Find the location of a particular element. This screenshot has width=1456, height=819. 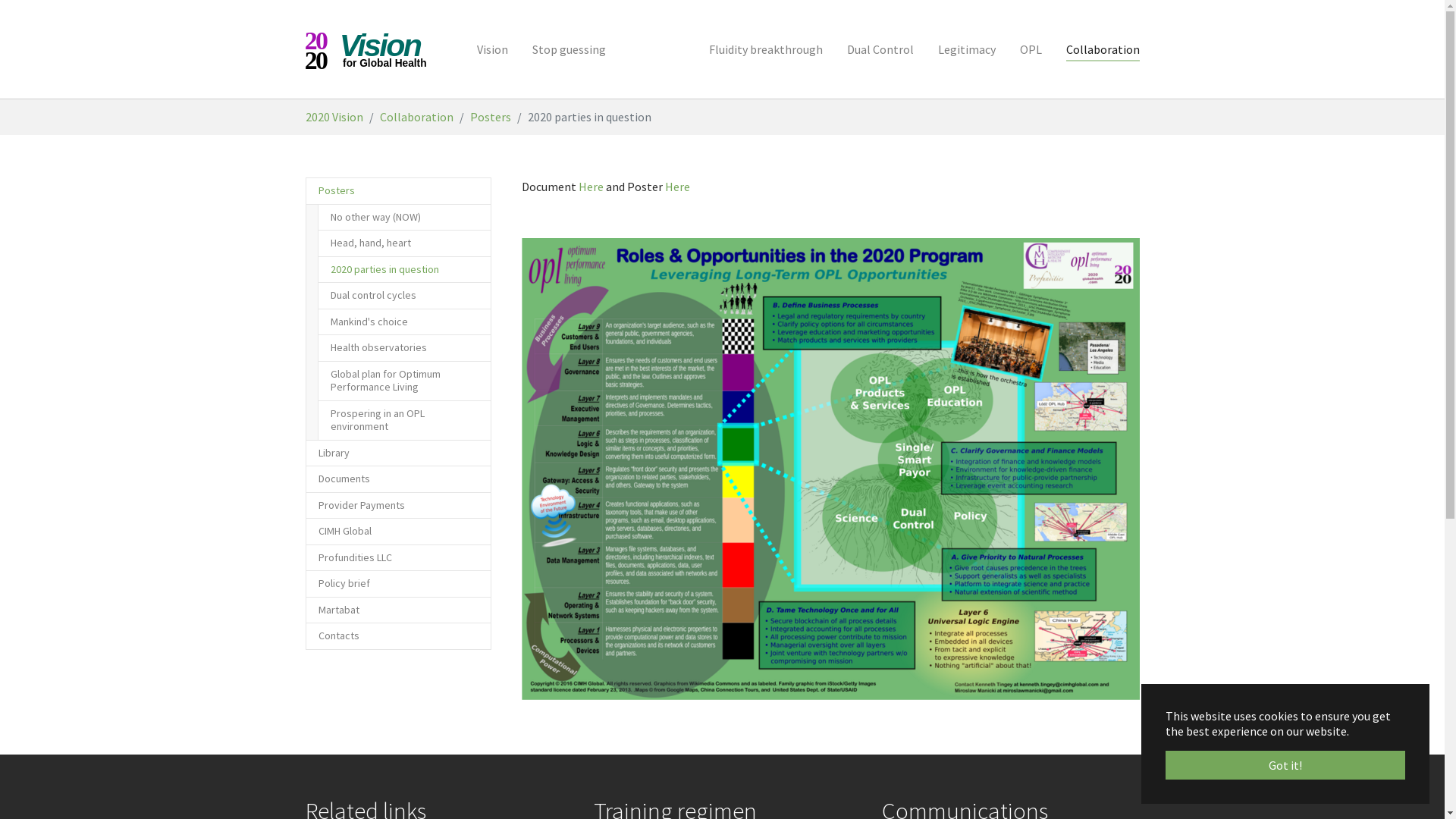

'Mankind's choice' is located at coordinates (403, 321).